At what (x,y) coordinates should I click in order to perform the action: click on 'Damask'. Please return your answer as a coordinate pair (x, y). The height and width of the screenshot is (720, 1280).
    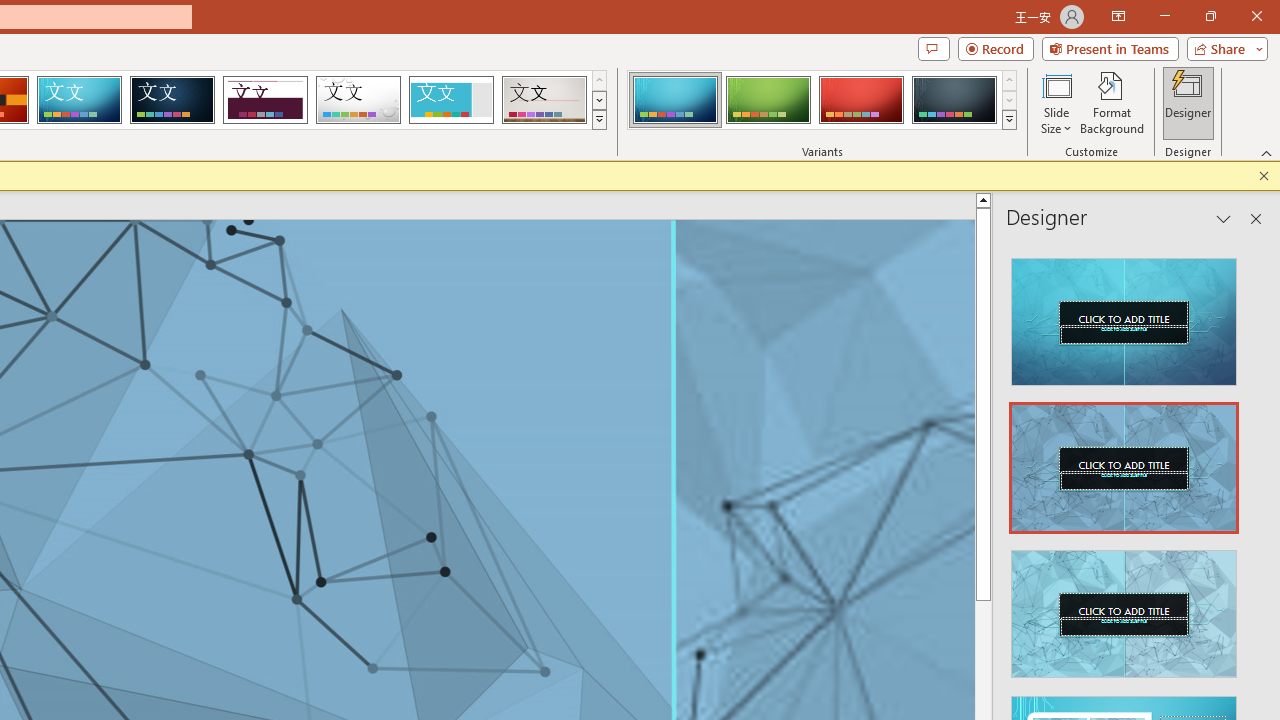
    Looking at the image, I should click on (172, 100).